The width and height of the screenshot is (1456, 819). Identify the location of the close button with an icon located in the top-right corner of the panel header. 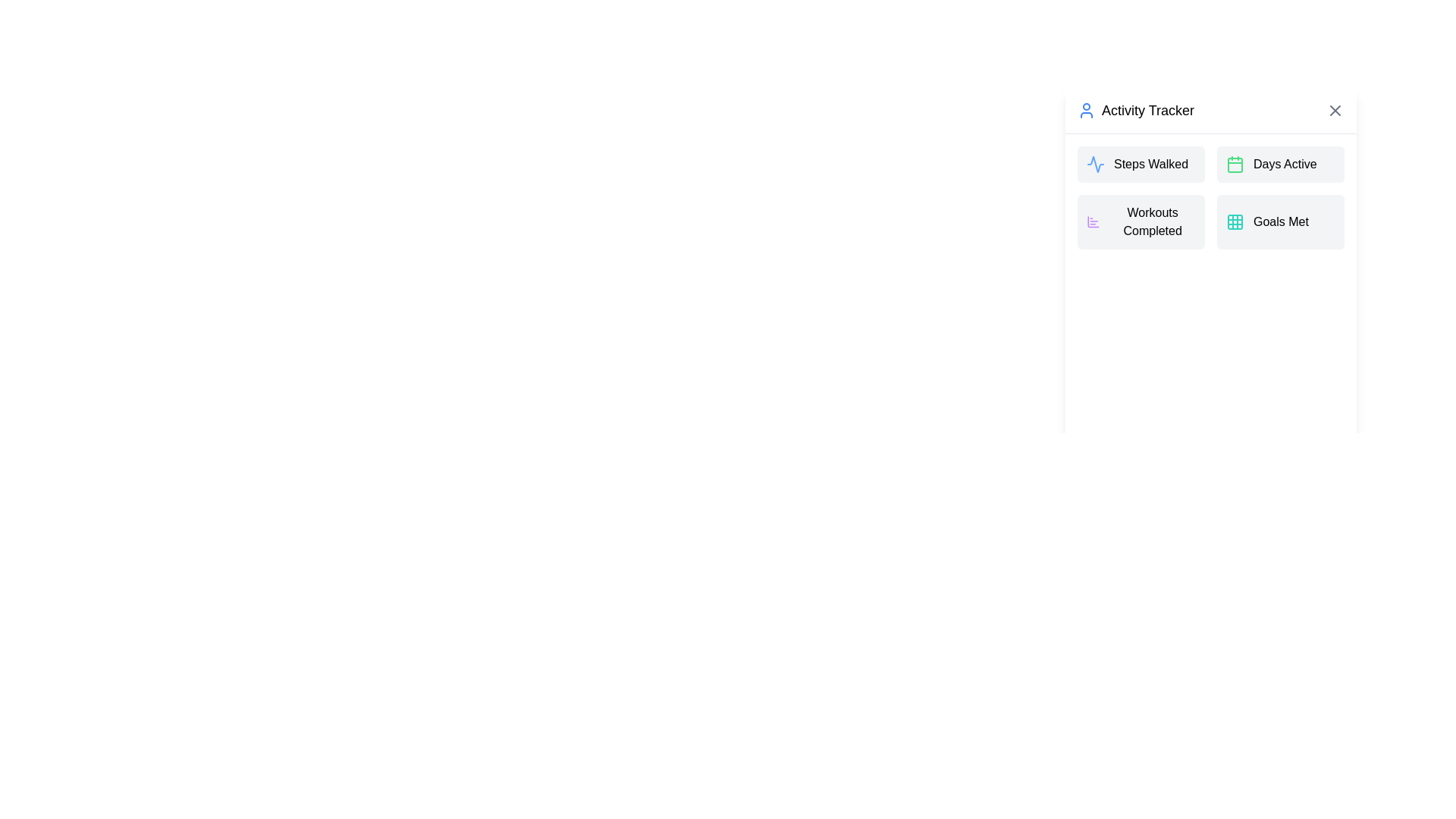
(1335, 110).